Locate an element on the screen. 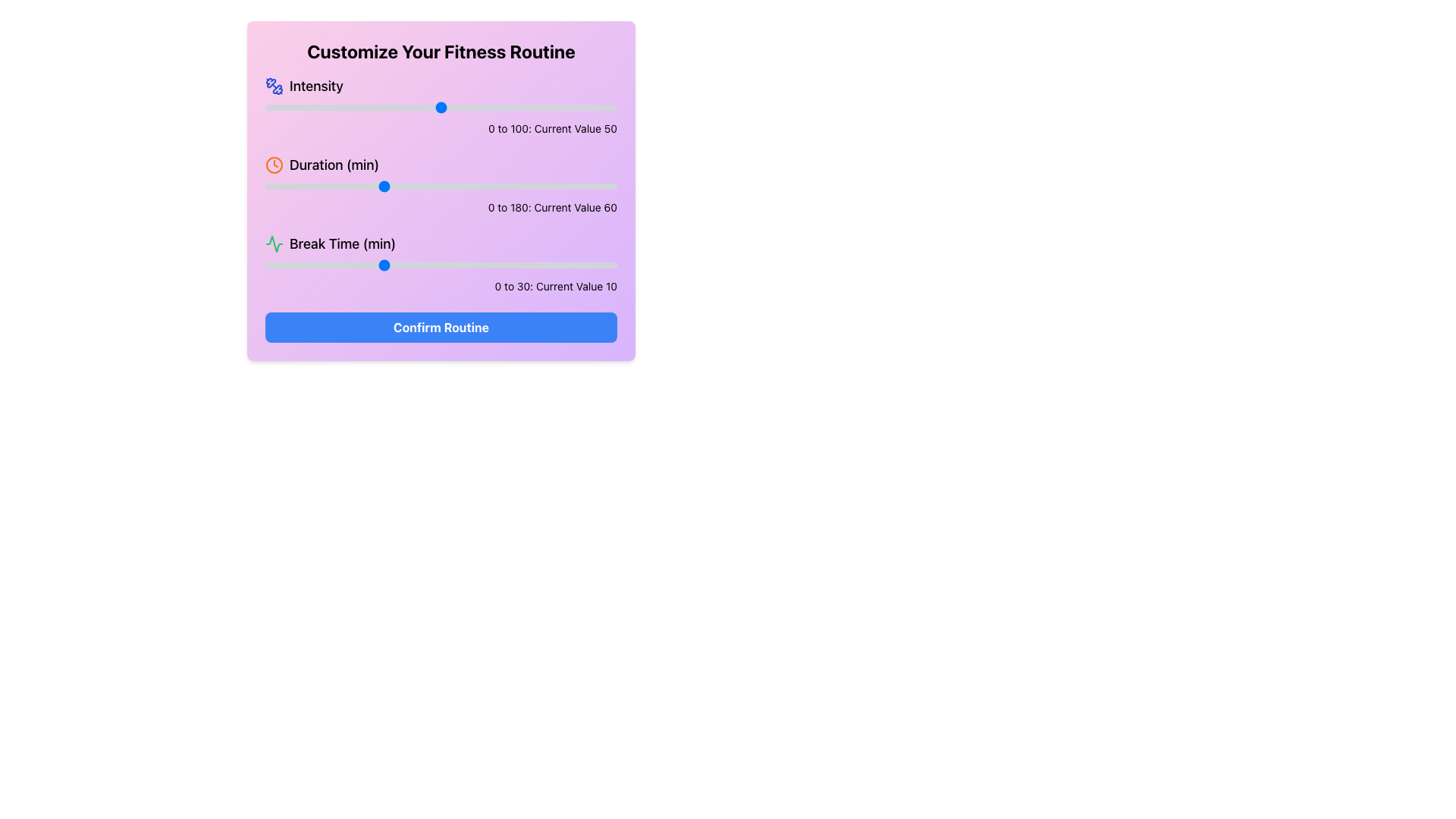  duration is located at coordinates (575, 186).